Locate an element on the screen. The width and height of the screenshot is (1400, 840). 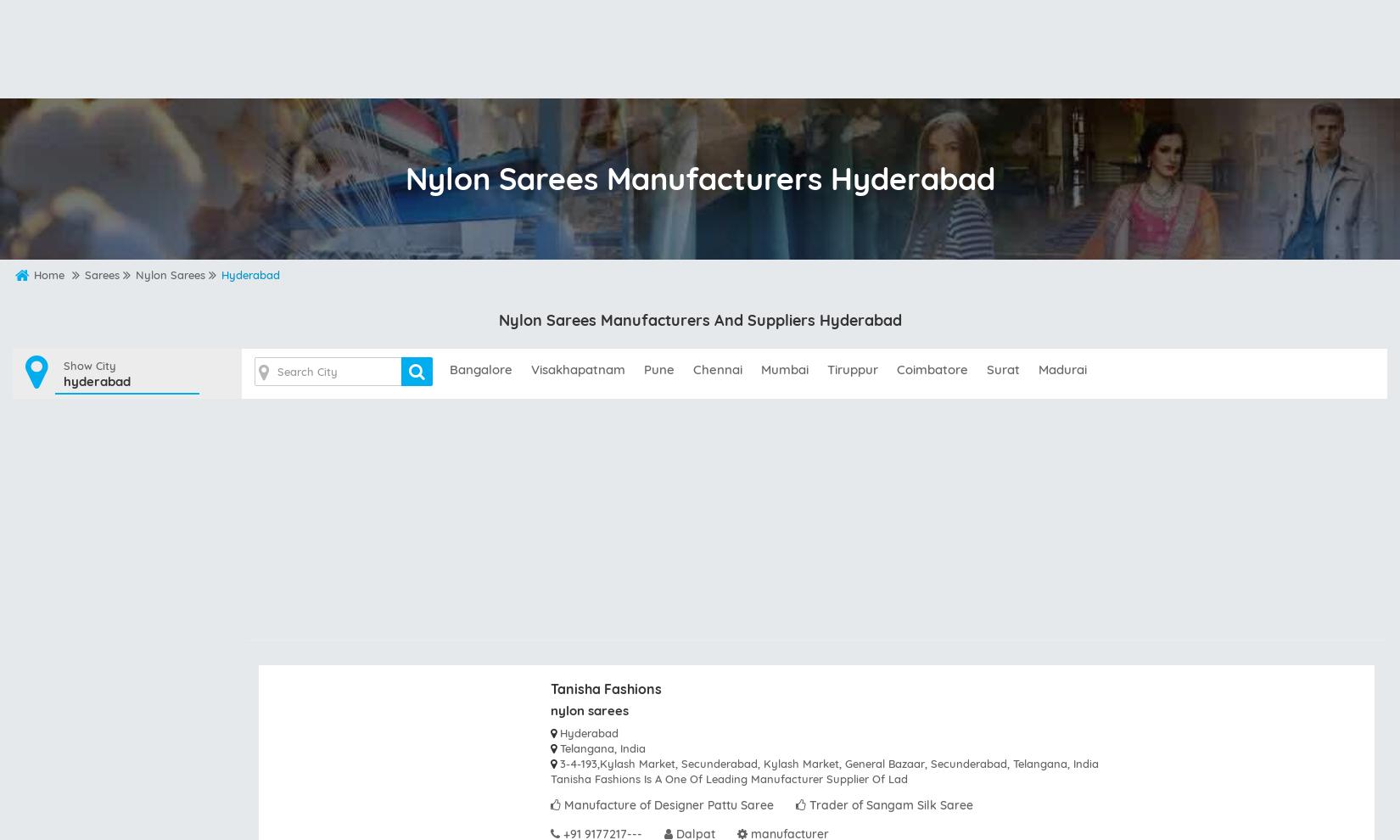
'Indian sarees Wholesalers Bahraich' is located at coordinates (939, 188).